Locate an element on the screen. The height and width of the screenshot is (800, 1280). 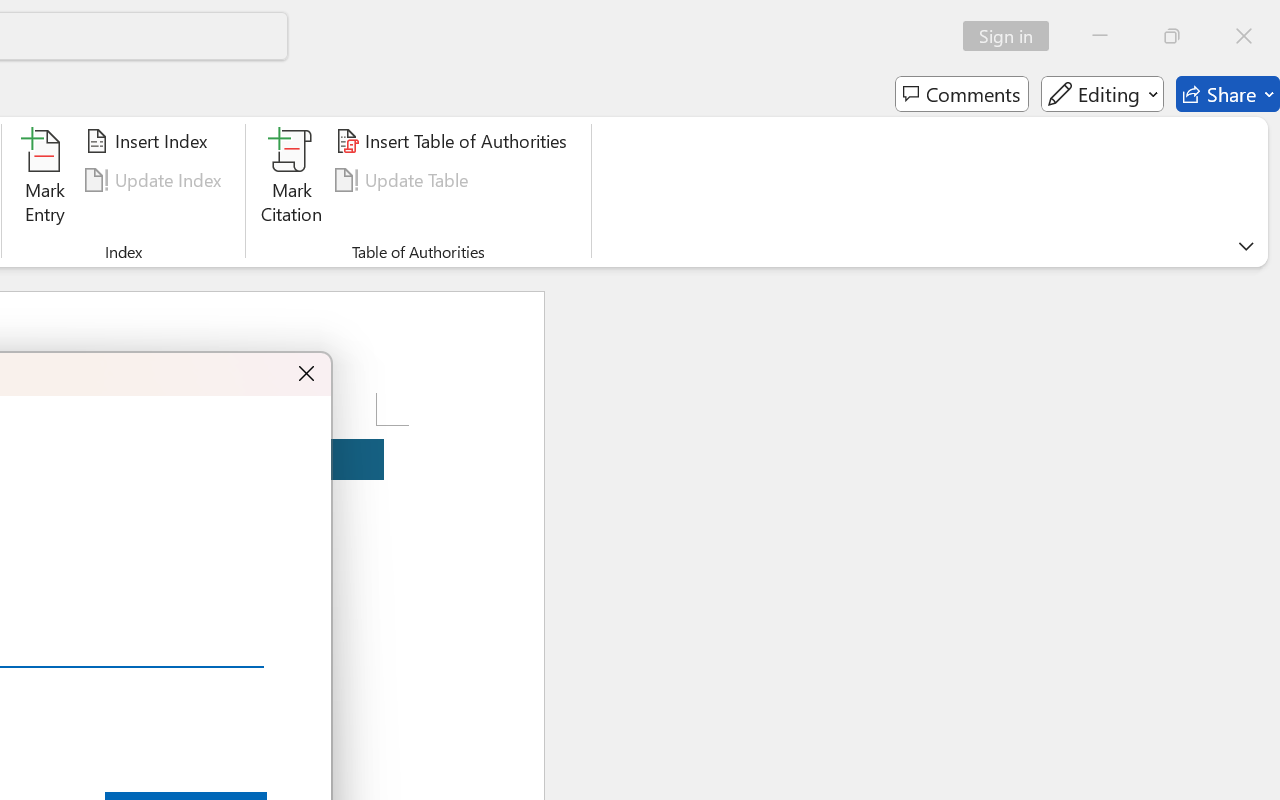
'Mark Citation...' is located at coordinates (291, 179).